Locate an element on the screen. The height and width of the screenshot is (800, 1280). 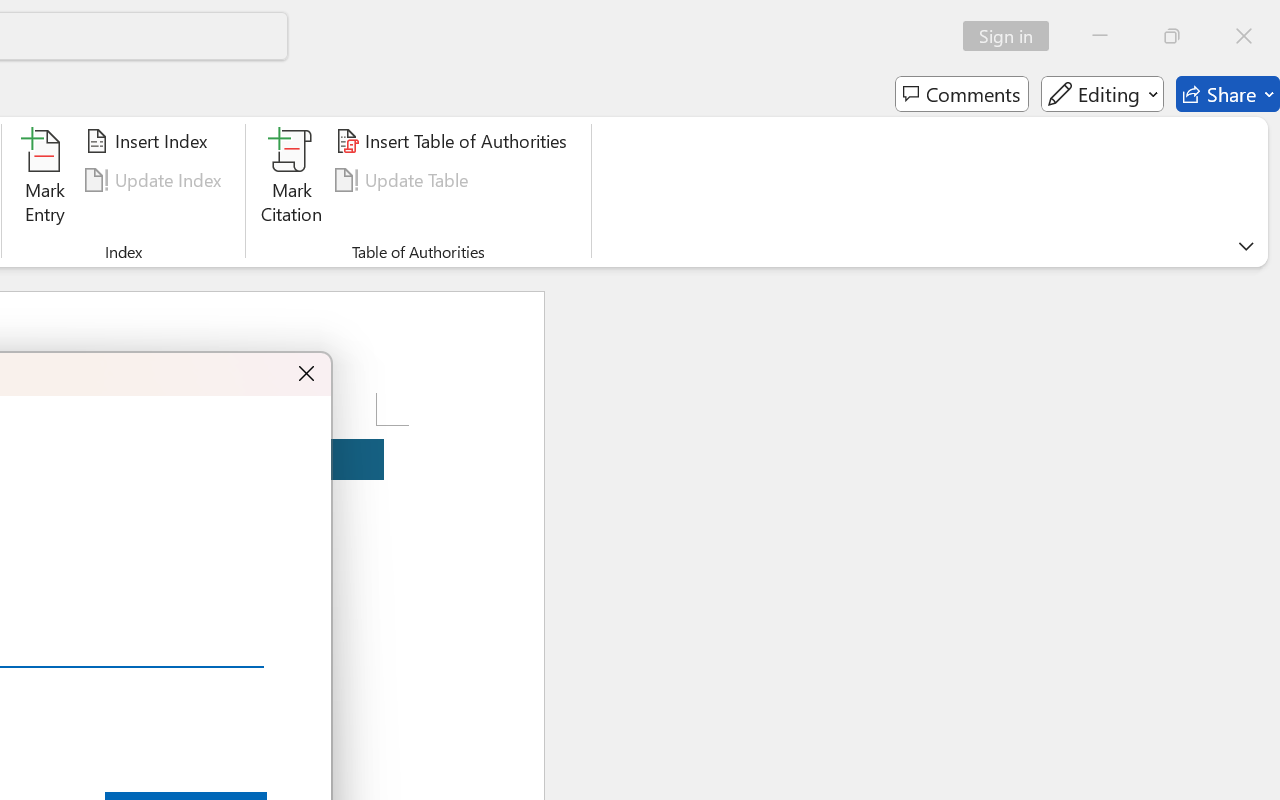
'Mark Citation...' is located at coordinates (291, 179).